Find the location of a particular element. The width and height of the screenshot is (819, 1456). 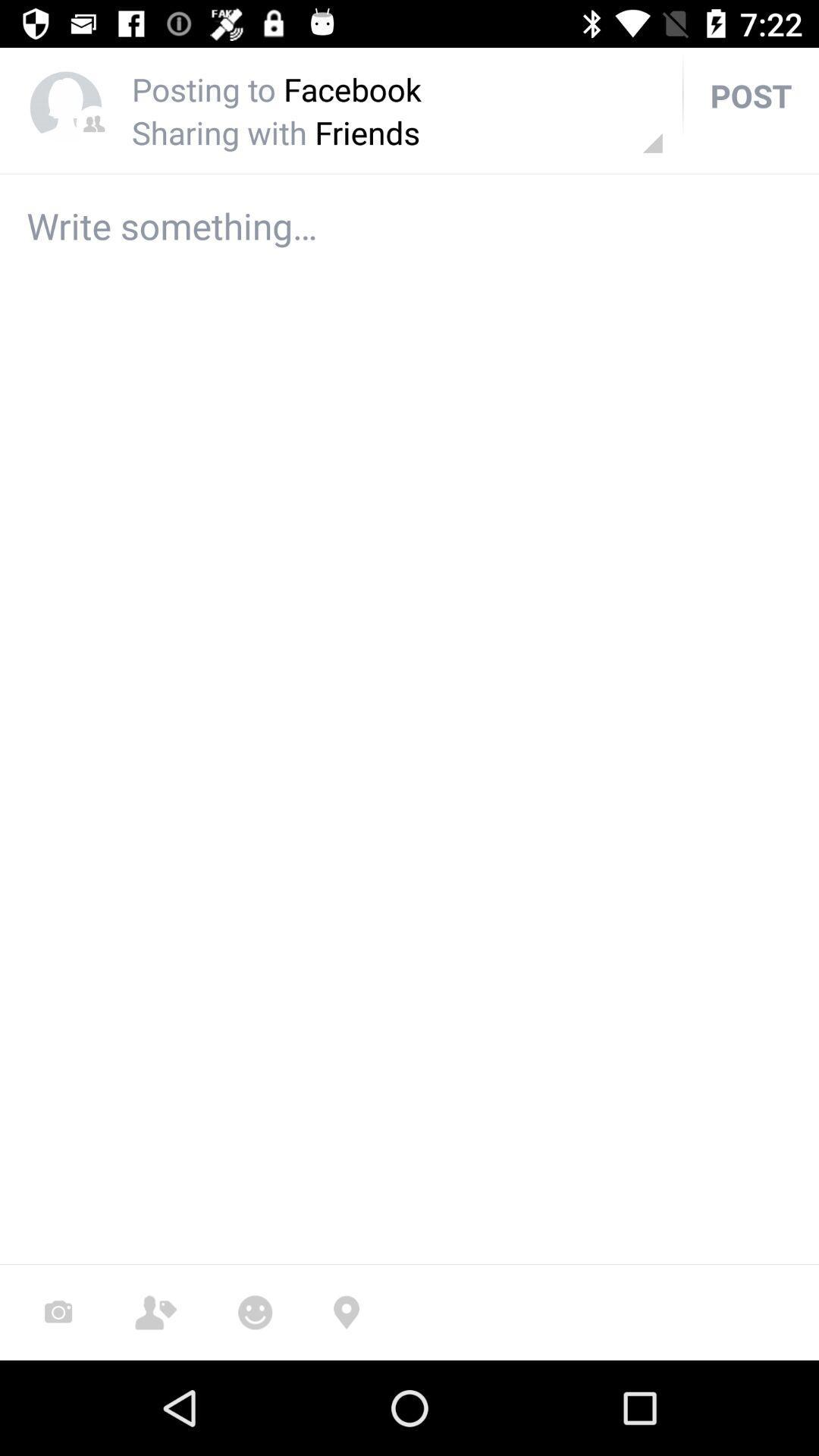

the photo icon is located at coordinates (58, 1312).